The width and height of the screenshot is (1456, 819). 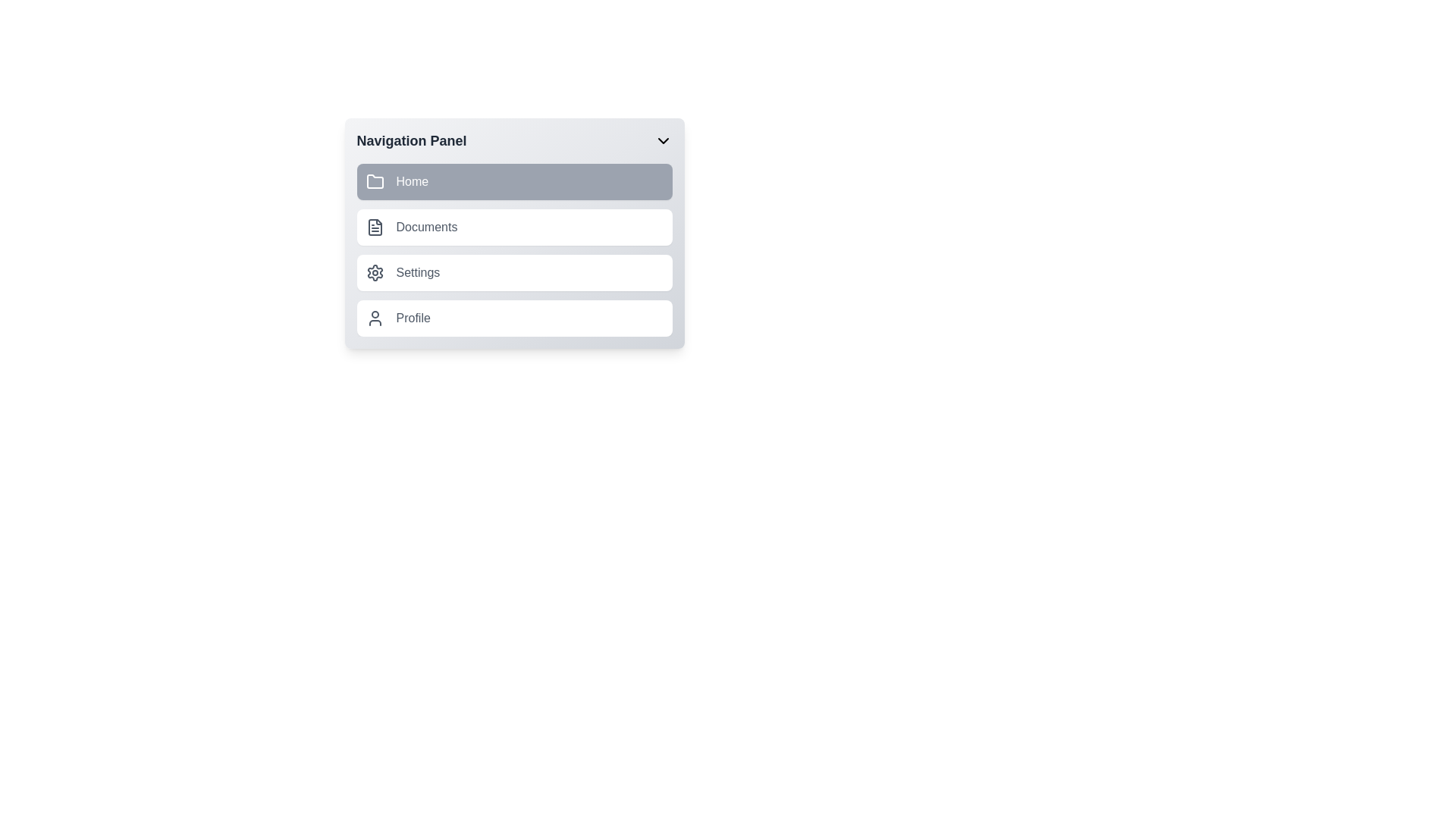 What do you see at coordinates (411, 140) in the screenshot?
I see `the bold text label reading 'Navigation Panel' located at the top-left area of the interface, styled with a dark gray font against a white background` at bounding box center [411, 140].